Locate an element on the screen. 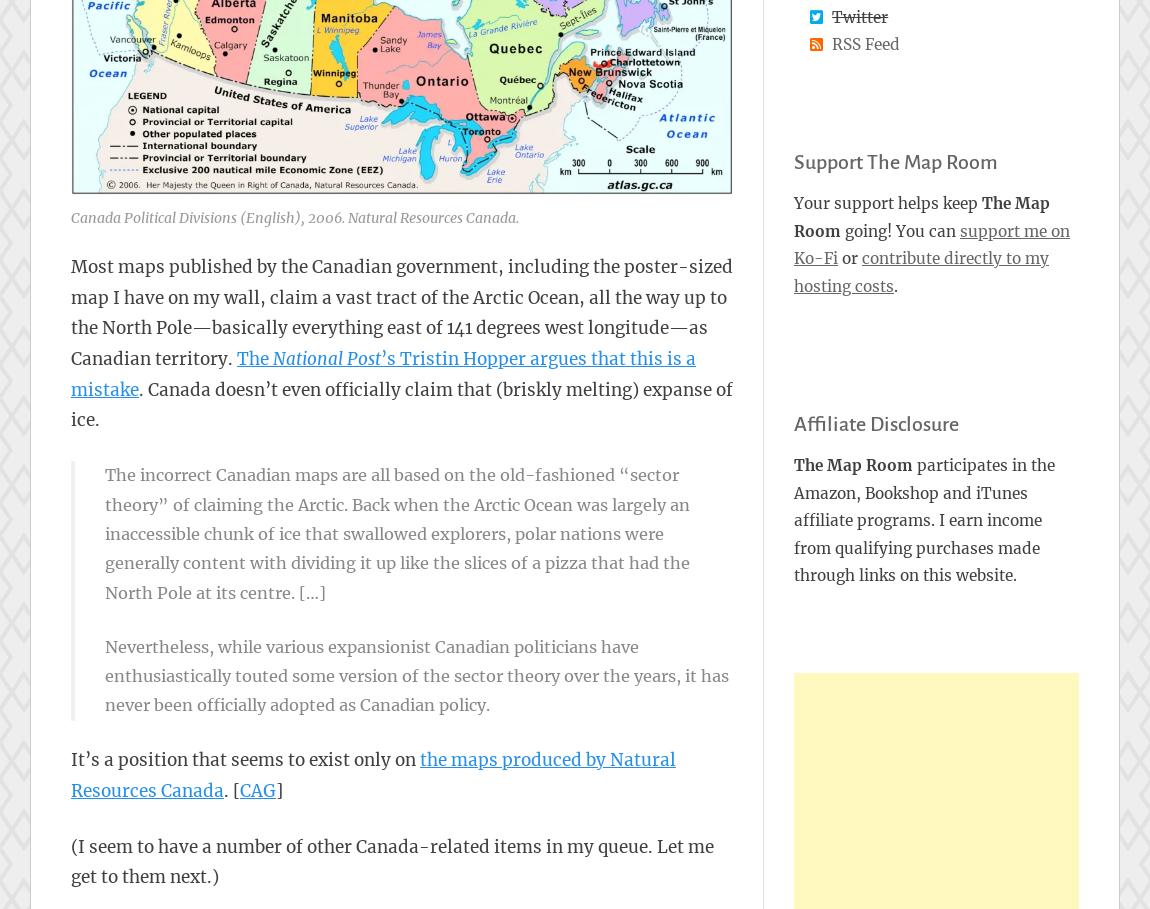 This screenshot has height=909, width=1150. 'going! You can' is located at coordinates (839, 229).